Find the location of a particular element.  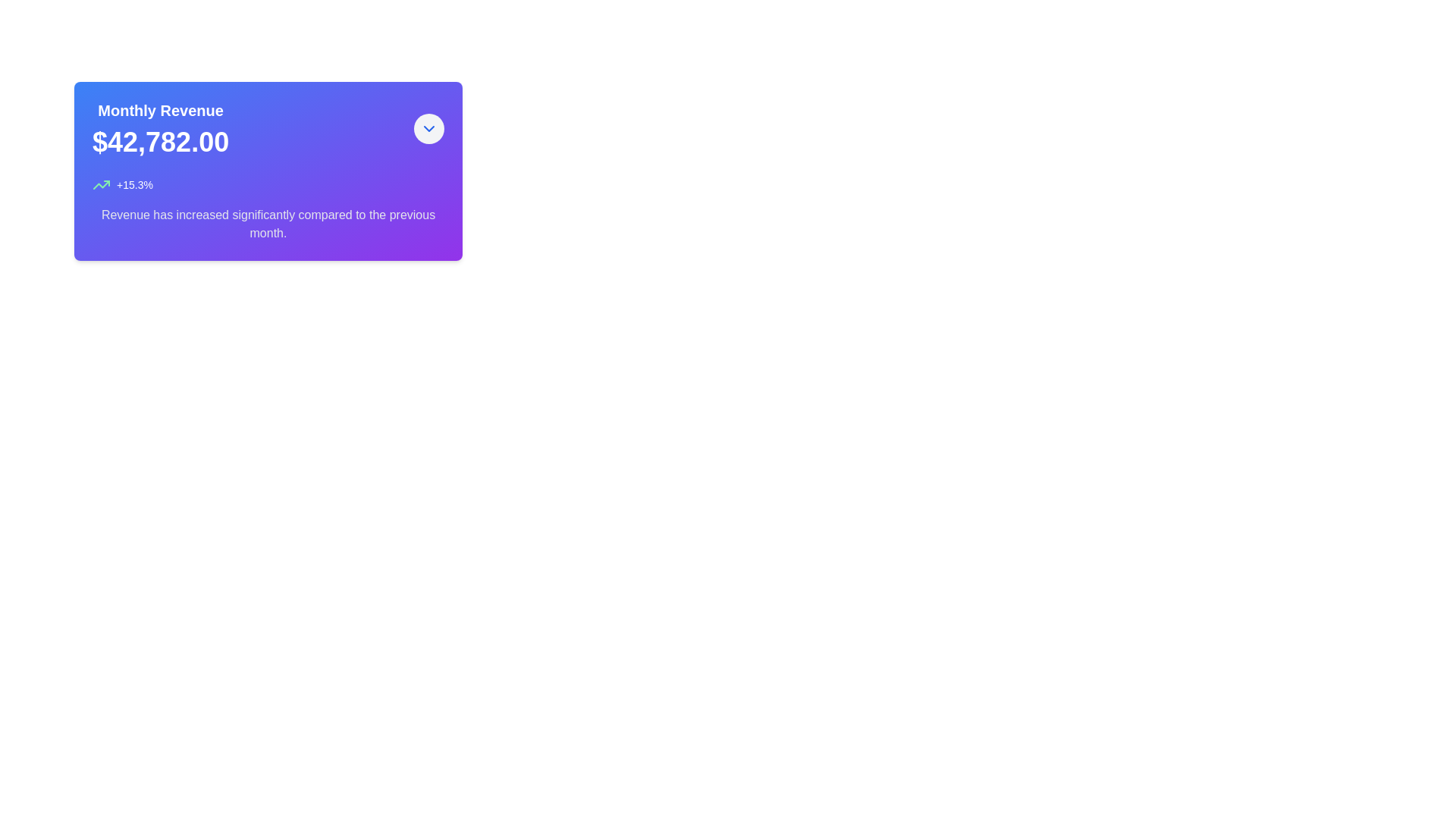

the positive progress icon located to the left of the '+15.3%' text label in the monthly revenue card is located at coordinates (101, 184).